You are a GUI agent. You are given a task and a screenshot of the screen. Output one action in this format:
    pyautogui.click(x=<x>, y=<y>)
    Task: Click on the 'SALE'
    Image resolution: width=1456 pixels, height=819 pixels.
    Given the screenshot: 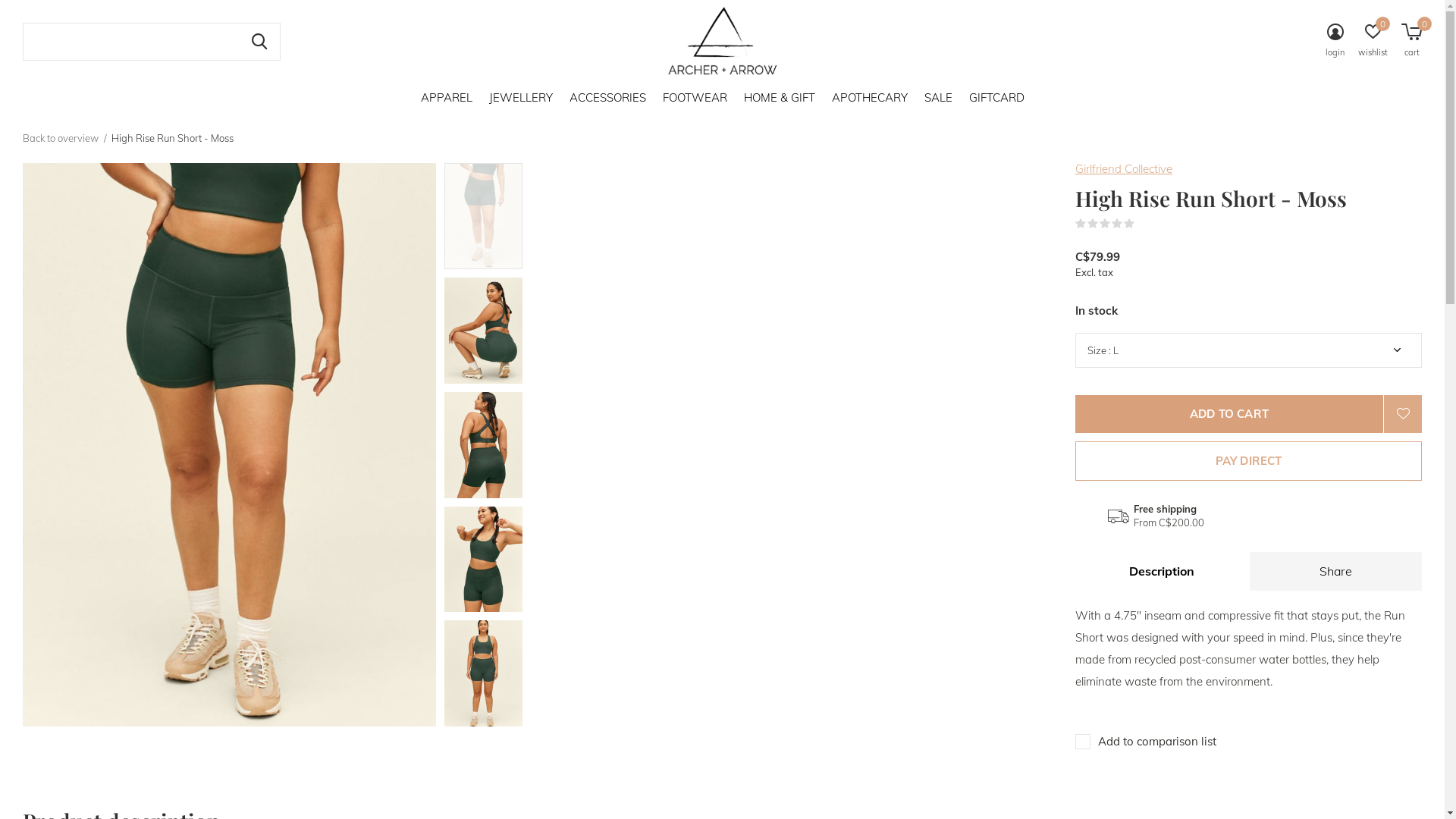 What is the action you would take?
    pyautogui.click(x=937, y=96)
    